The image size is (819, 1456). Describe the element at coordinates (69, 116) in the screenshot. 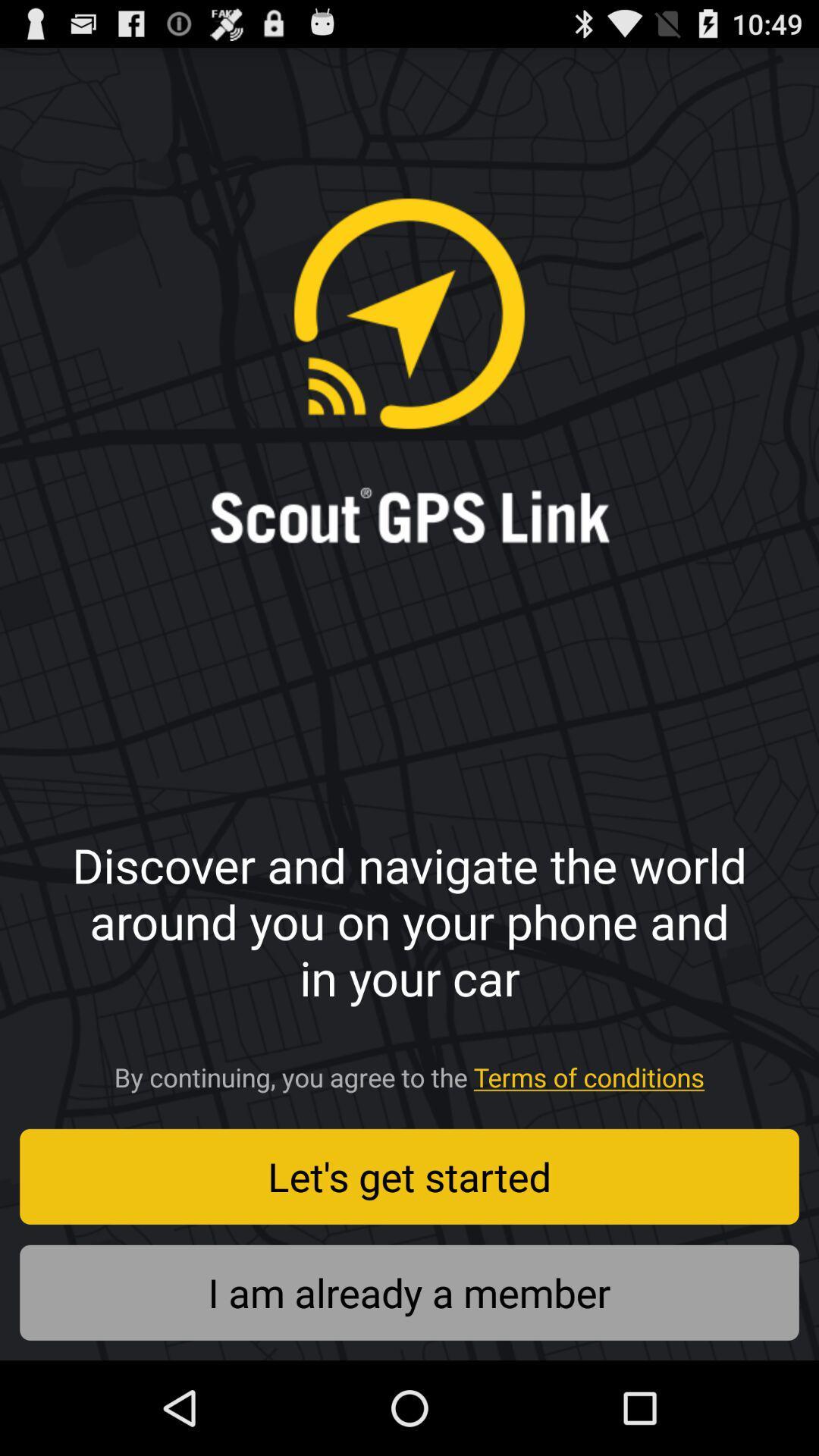

I see `the icon at the top left corner` at that location.